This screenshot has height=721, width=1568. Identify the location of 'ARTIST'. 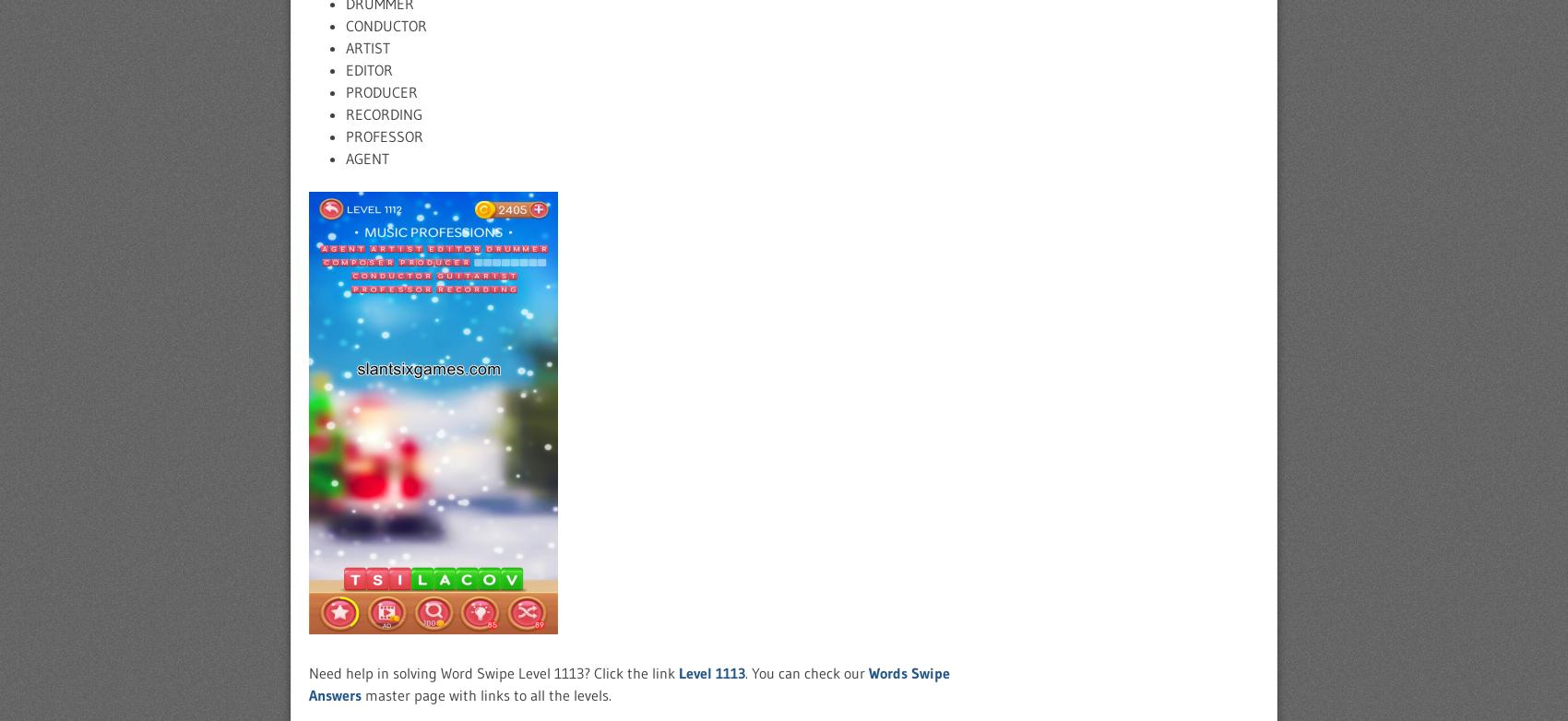
(366, 48).